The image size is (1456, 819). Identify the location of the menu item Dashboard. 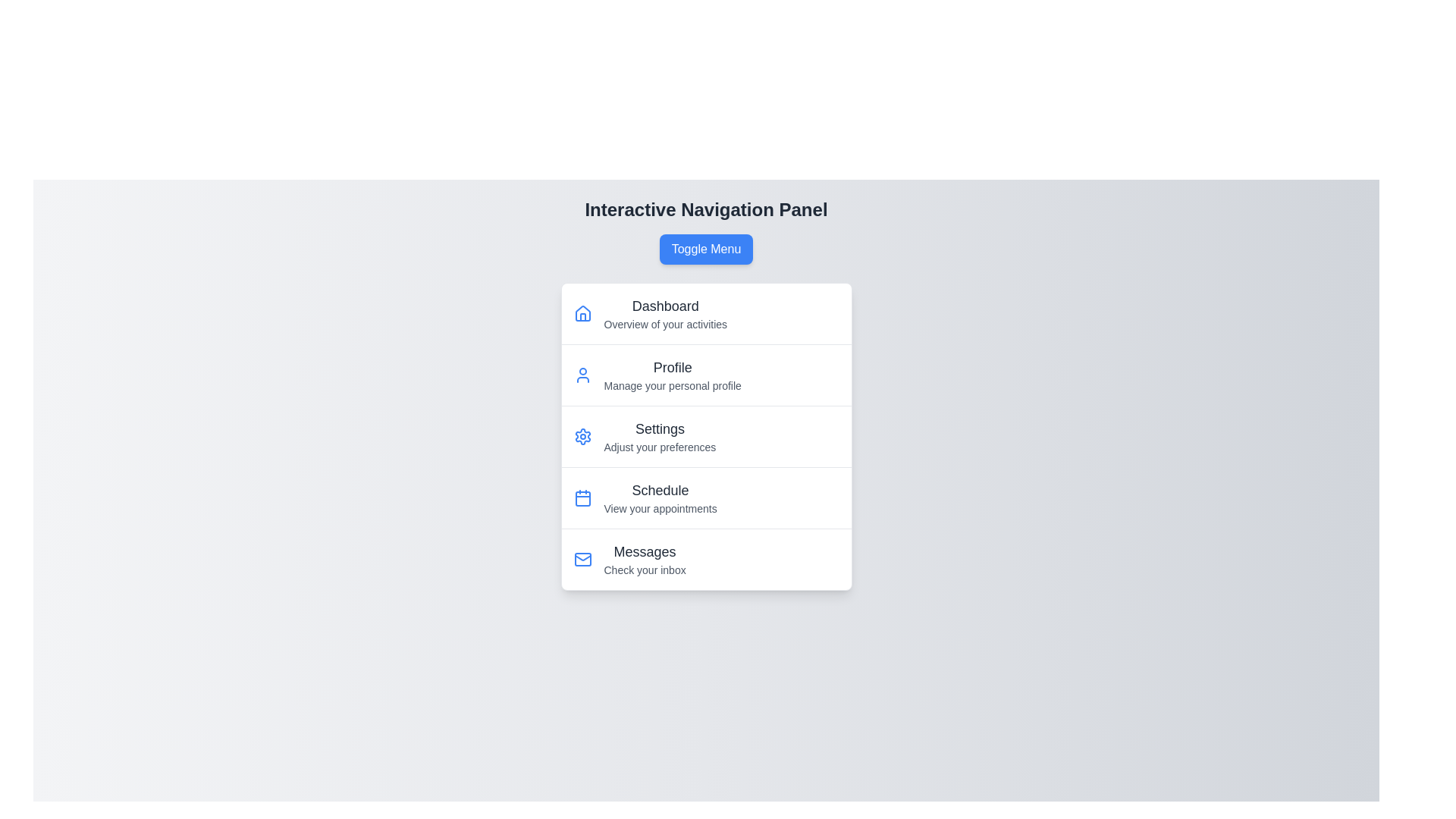
(607, 303).